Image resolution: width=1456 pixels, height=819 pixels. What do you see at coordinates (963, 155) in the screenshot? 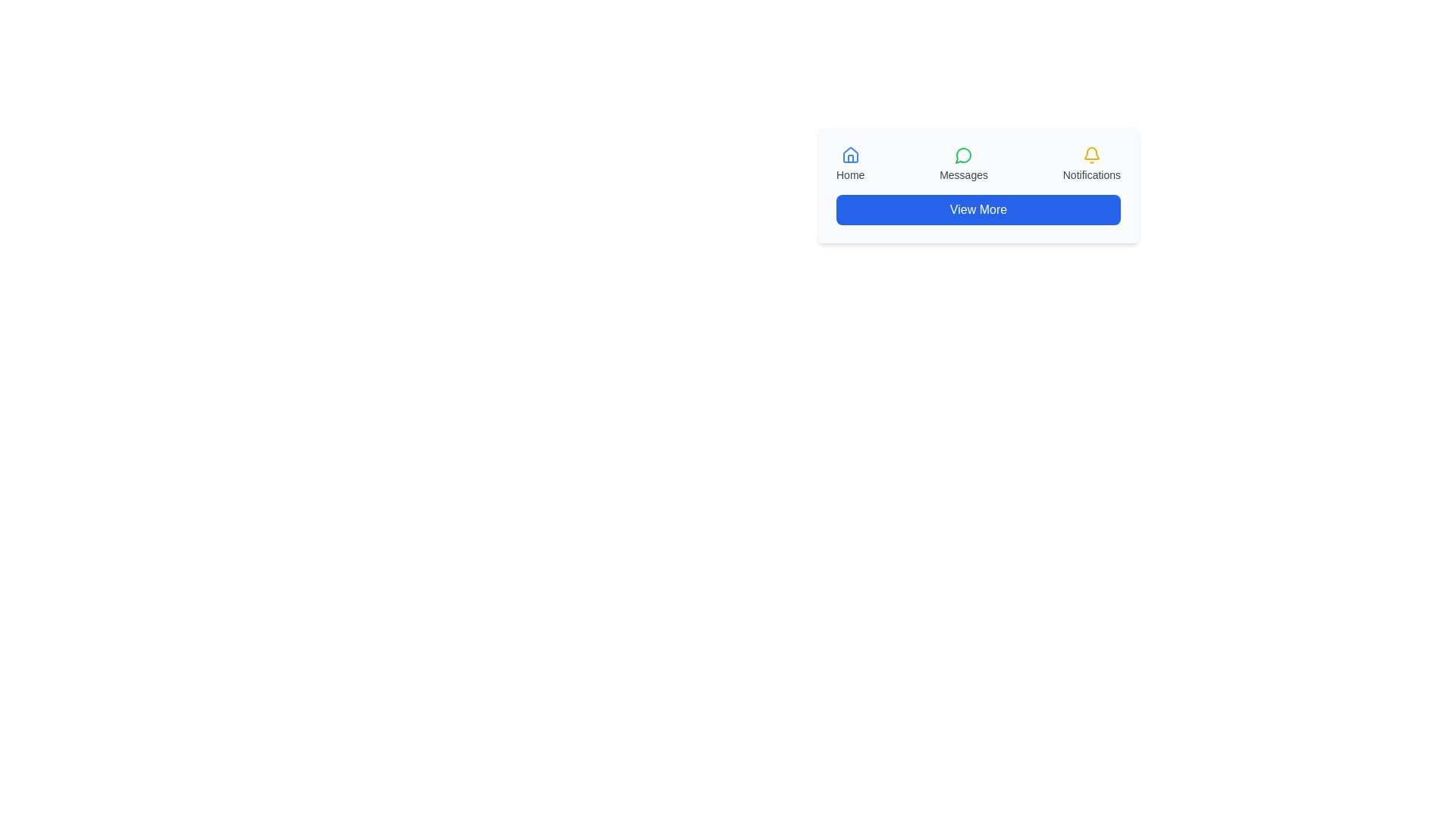
I see `the 'Messages' icon located in the navigation area between 'Home' and 'Notifications', positioned above the label 'Messages'` at bounding box center [963, 155].